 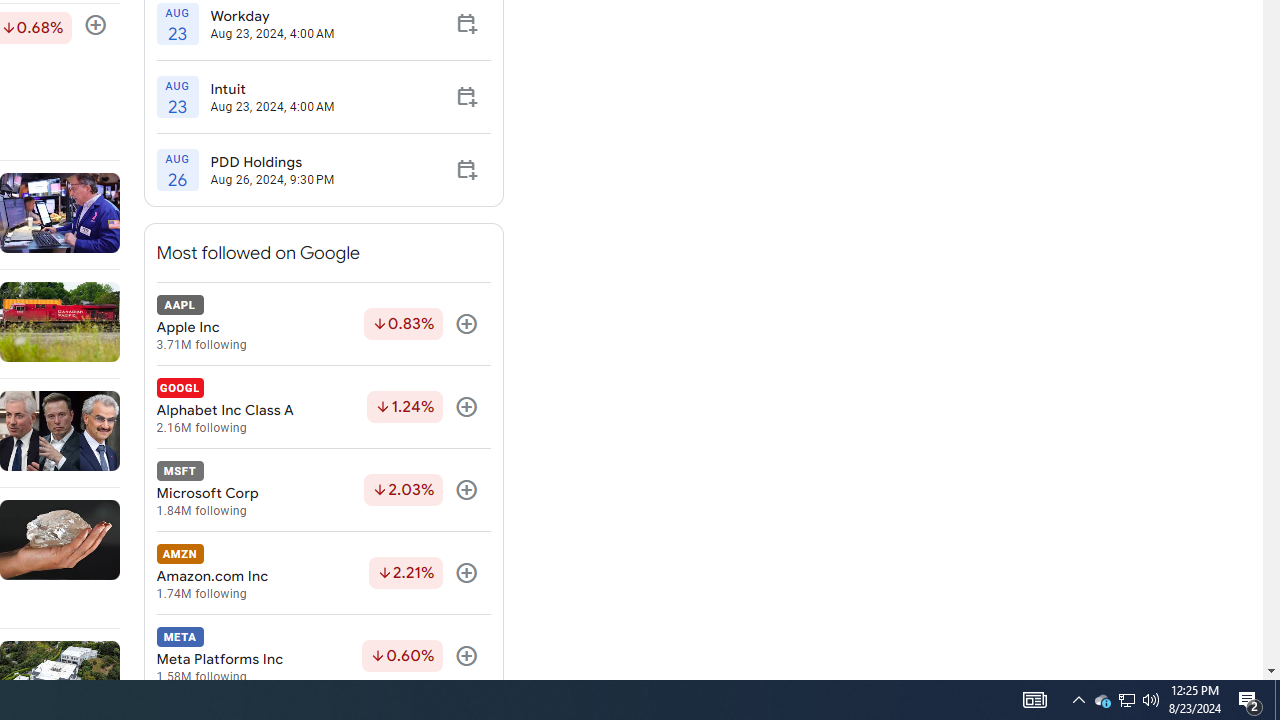 I want to click on 'AAPL Apple Inc 3.71M following Down by 0.83% Follow', so click(x=323, y=323).